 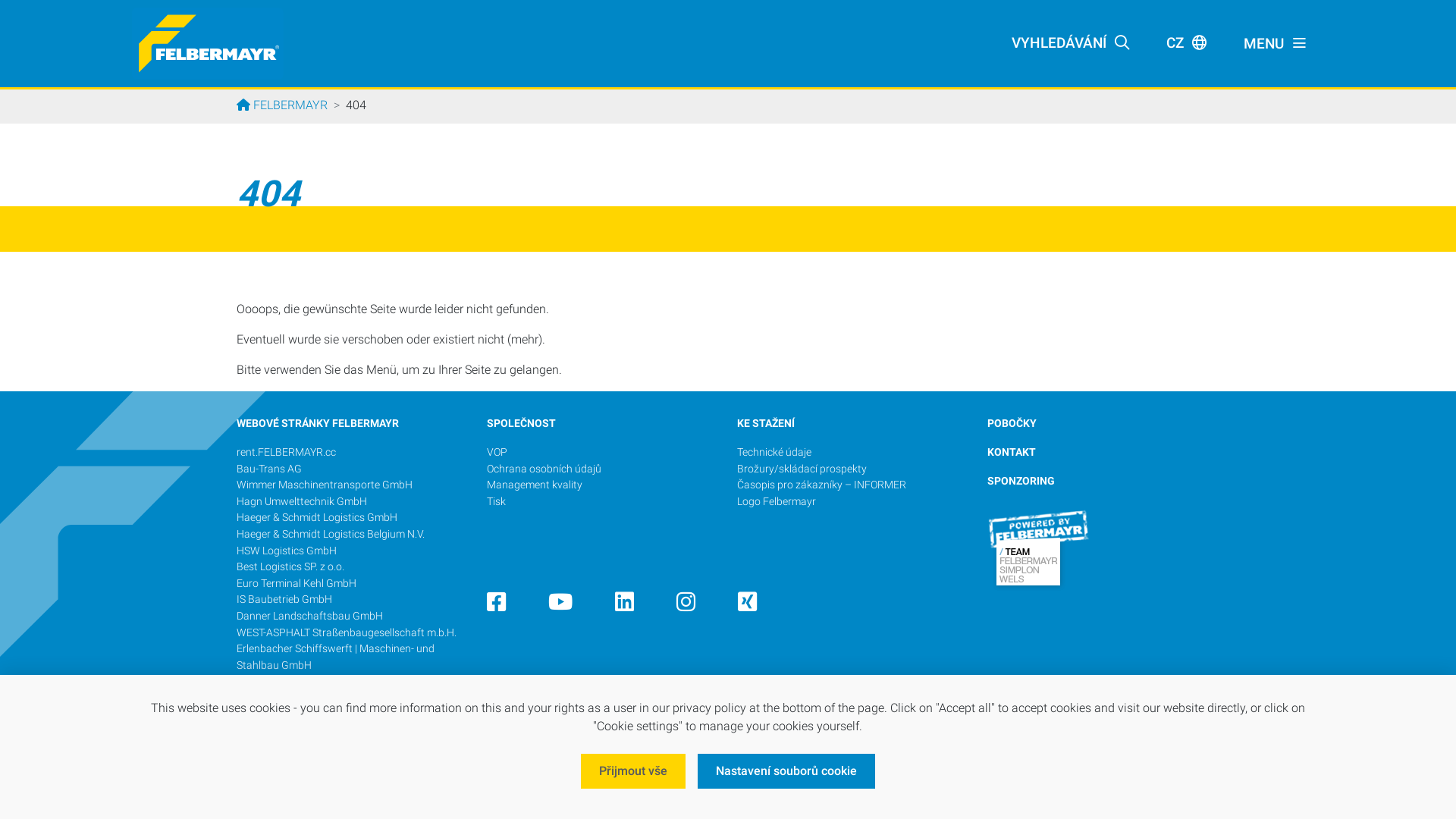 What do you see at coordinates (334, 656) in the screenshot?
I see `'Erlenbacher Schiffswerft | Maschinen- und Stahlbau GmbH'` at bounding box center [334, 656].